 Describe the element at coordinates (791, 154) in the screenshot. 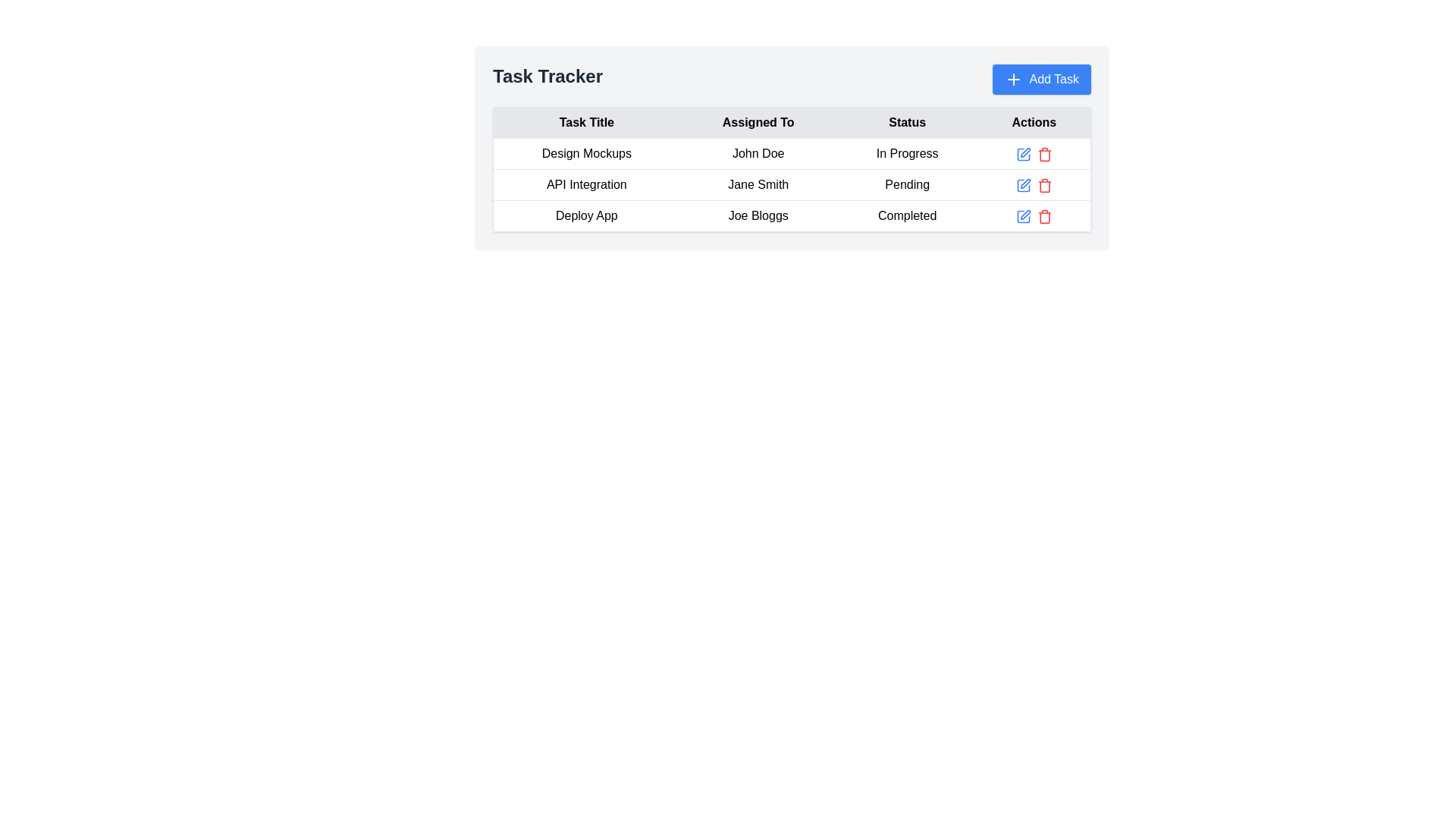

I see `the first row of the task tracker table, which displays task details including title, assignee, status, and actions` at that location.